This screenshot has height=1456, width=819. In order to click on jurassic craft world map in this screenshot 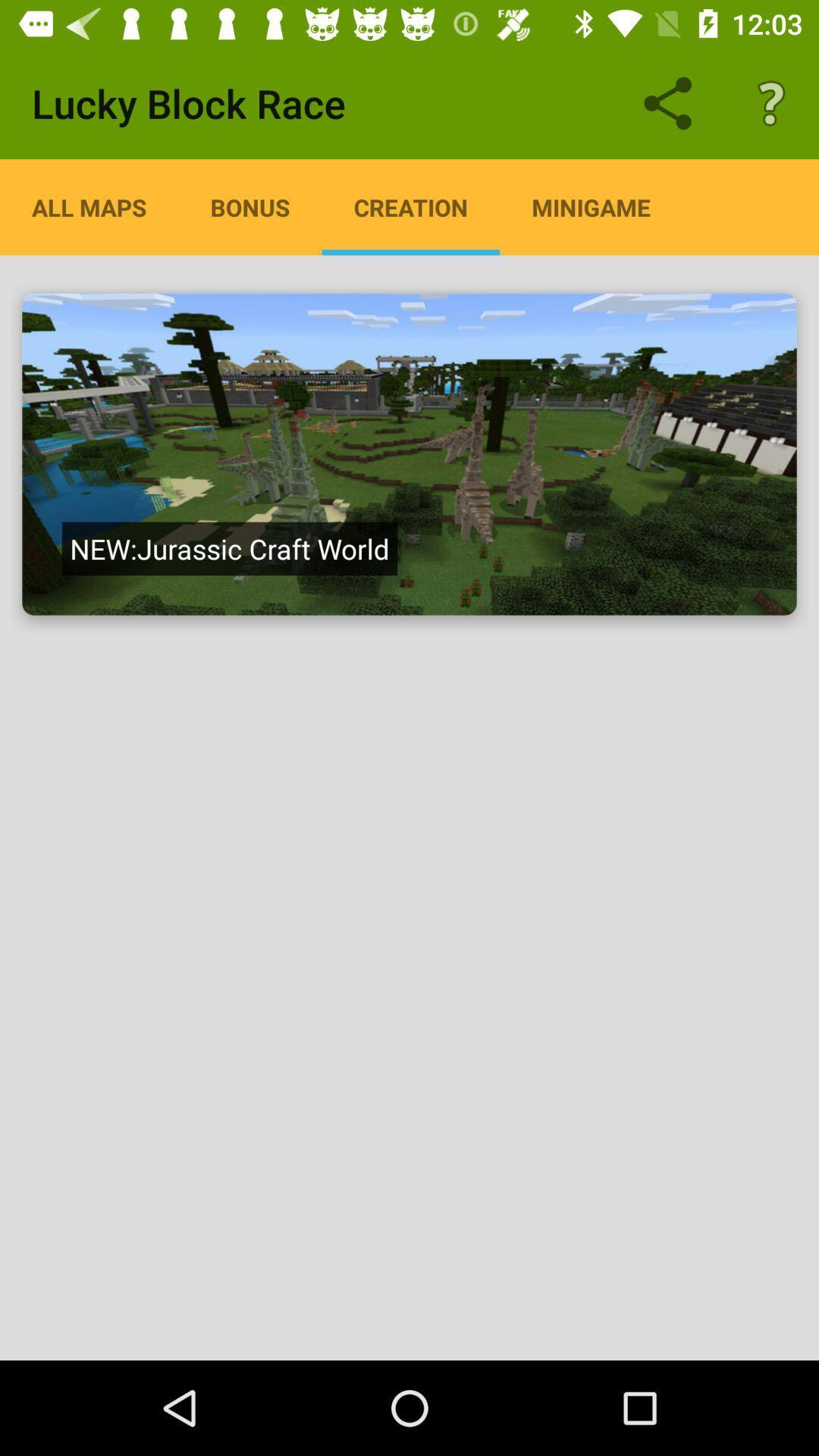, I will do `click(409, 453)`.